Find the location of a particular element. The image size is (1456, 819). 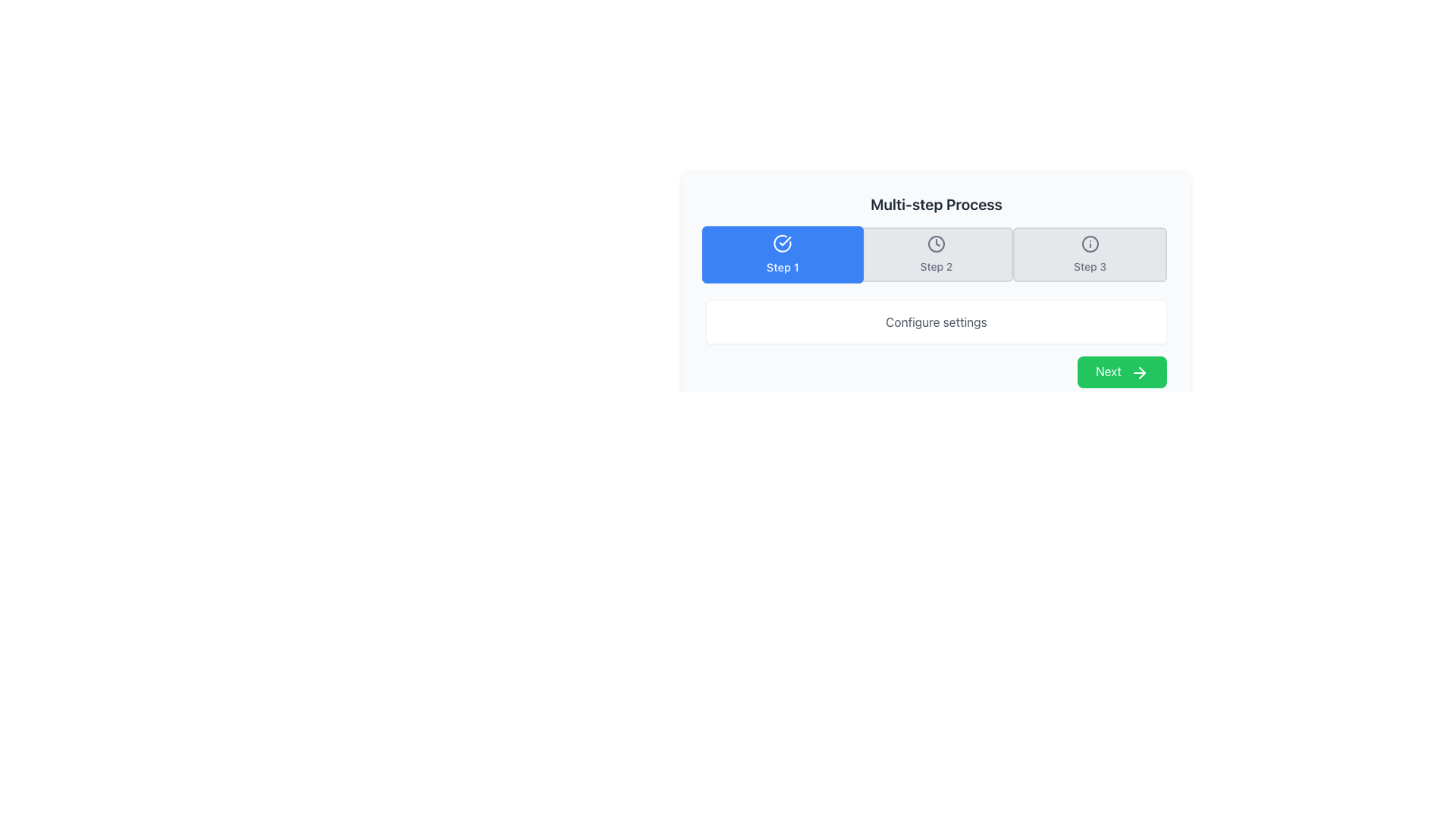

the decorative icon that signifies time or scheduling, located at the center of the 'Step 2' button in the 'Multi-step Process' section is located at coordinates (935, 243).